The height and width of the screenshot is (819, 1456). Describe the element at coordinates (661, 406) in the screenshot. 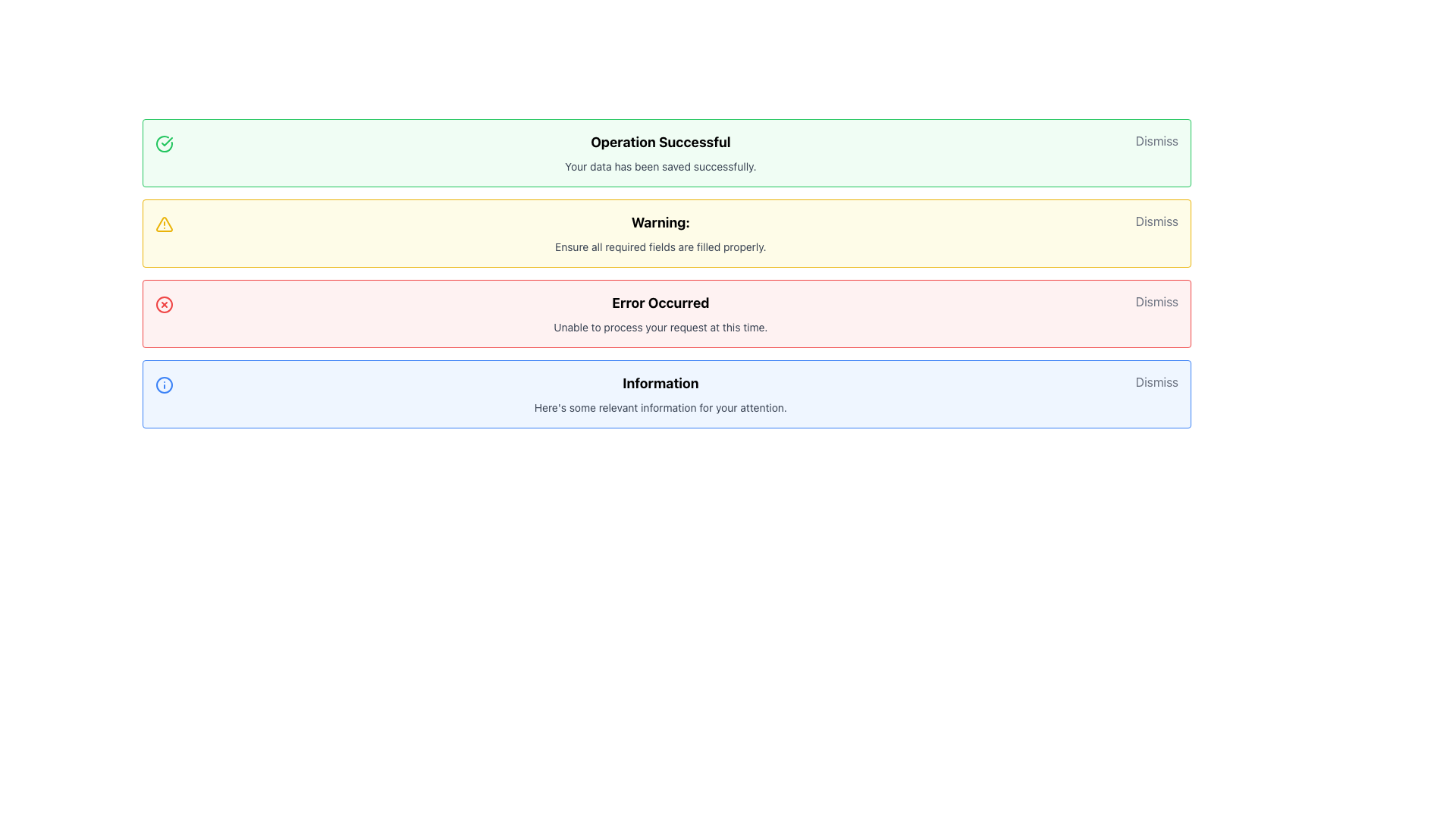

I see `the text element that provides additional details in the 'Information' notification panel, located within a blue rectangle below the bold title 'Information'` at that location.